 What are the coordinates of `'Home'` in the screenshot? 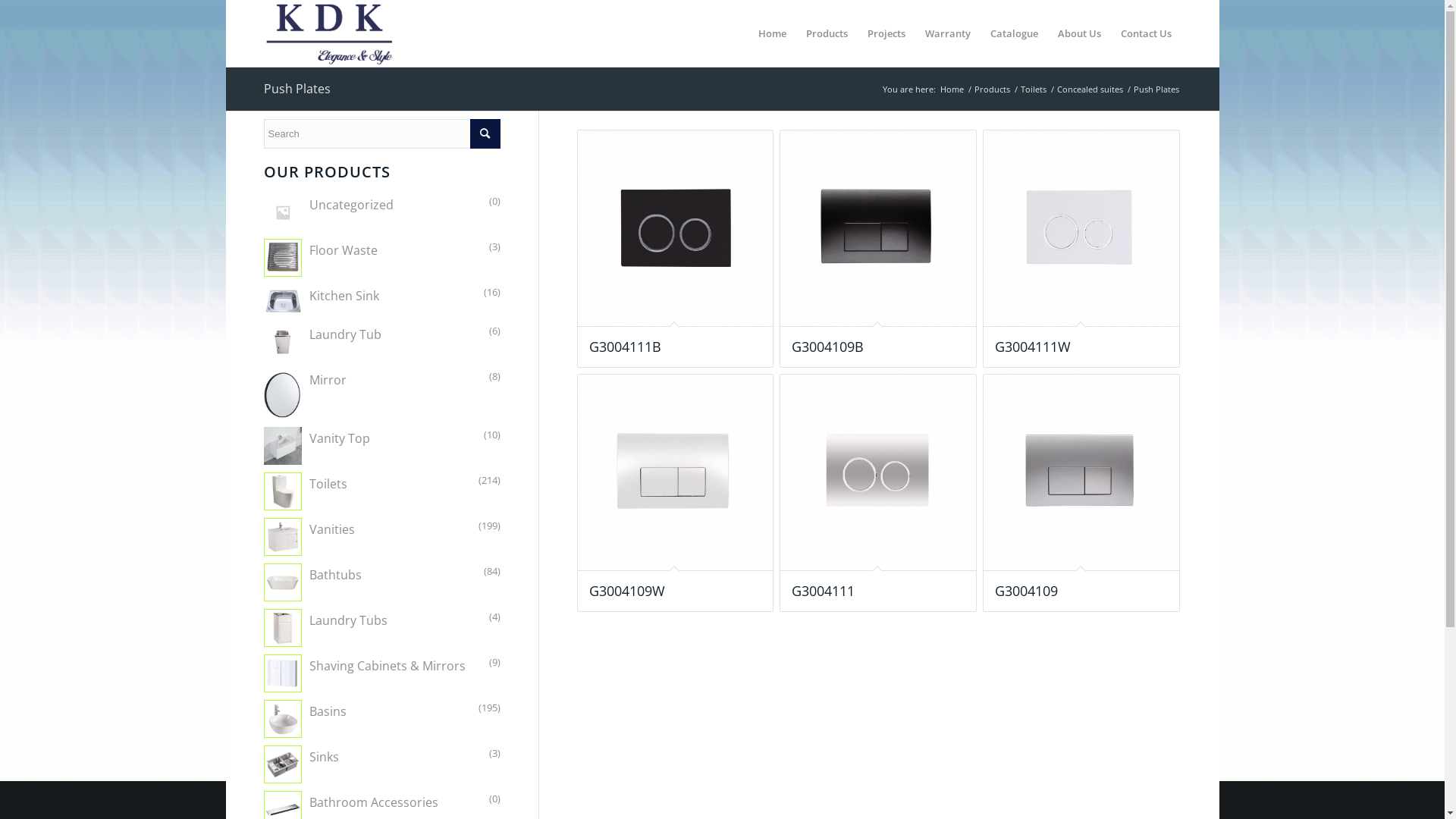 It's located at (937, 89).